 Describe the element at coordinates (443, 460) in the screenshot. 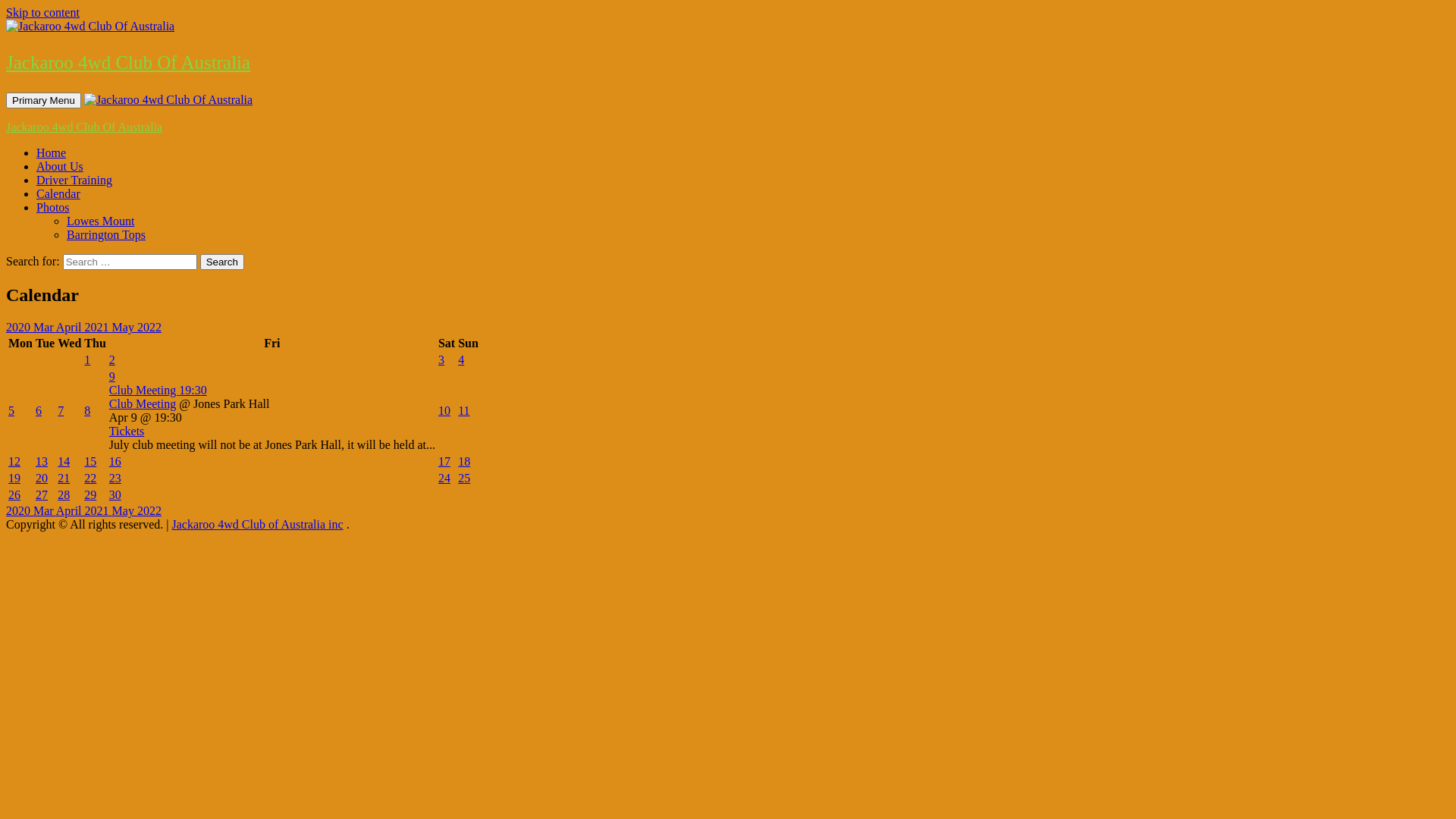

I see `'17'` at that location.